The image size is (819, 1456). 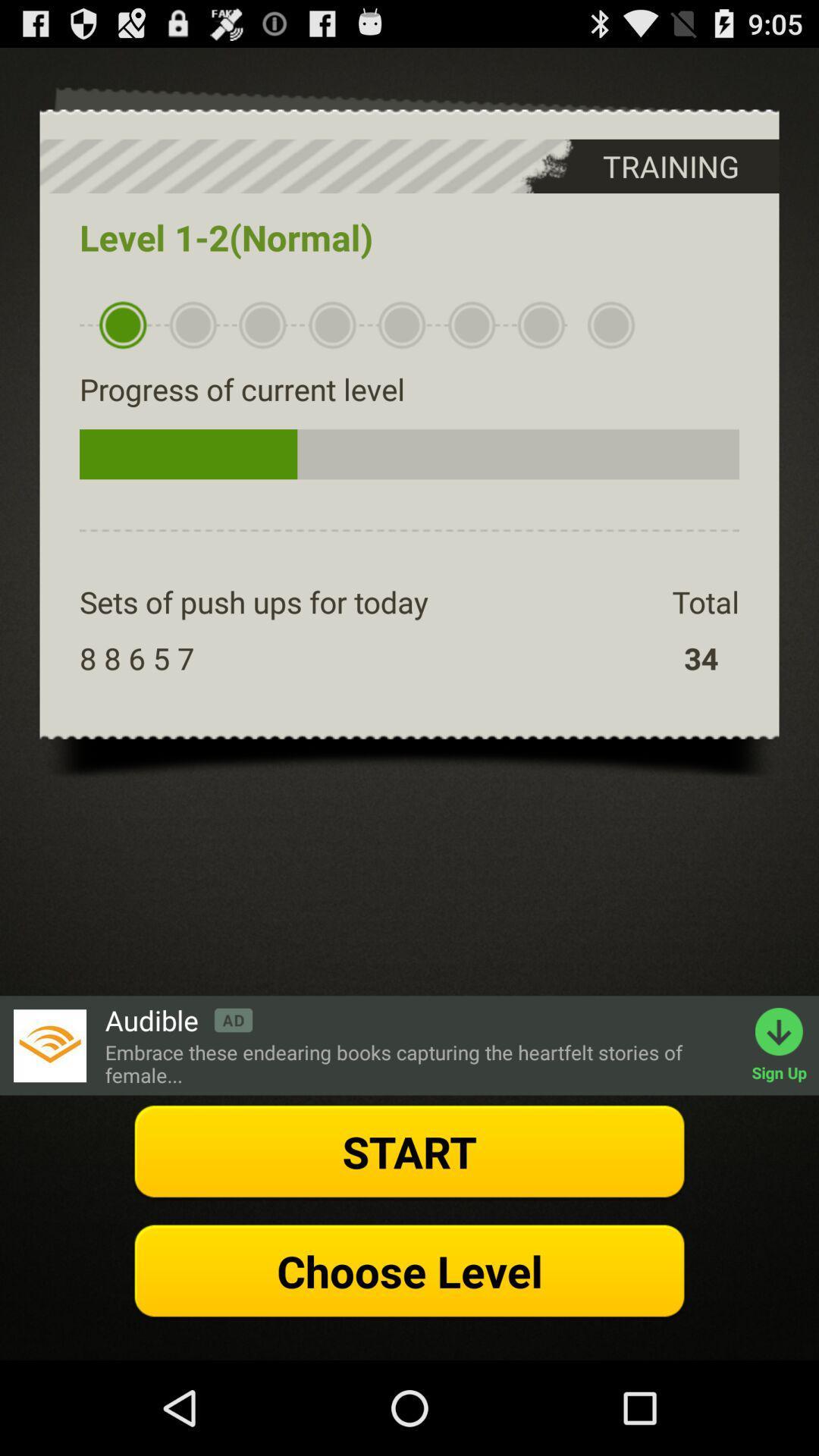 What do you see at coordinates (640, 166) in the screenshot?
I see `training` at bounding box center [640, 166].